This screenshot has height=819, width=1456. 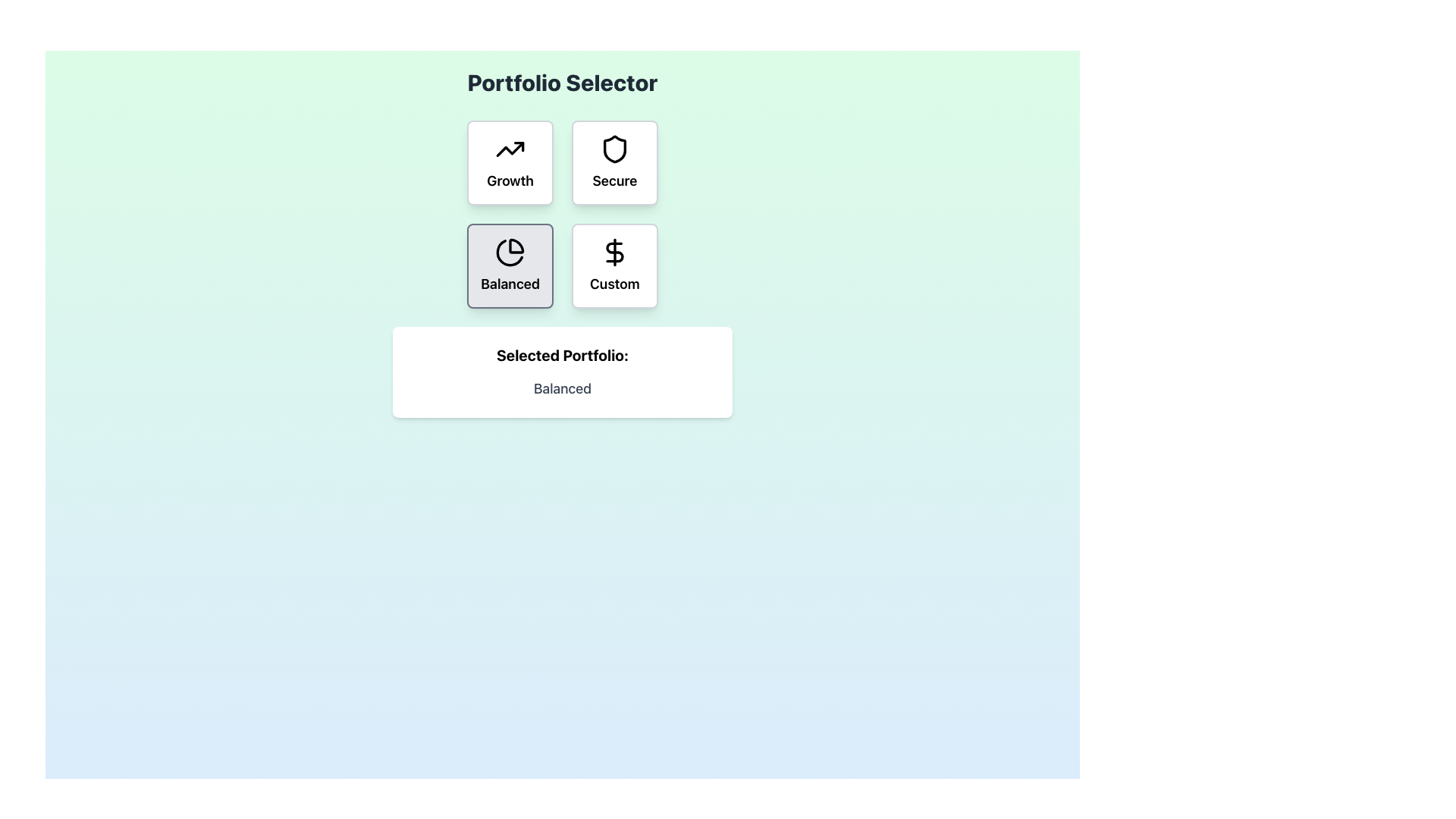 What do you see at coordinates (510, 284) in the screenshot?
I see `the Text Label indicating the 'Balanced' option within the portfolio selector interface, positioned below the pie chart icon in the central grid of containers` at bounding box center [510, 284].